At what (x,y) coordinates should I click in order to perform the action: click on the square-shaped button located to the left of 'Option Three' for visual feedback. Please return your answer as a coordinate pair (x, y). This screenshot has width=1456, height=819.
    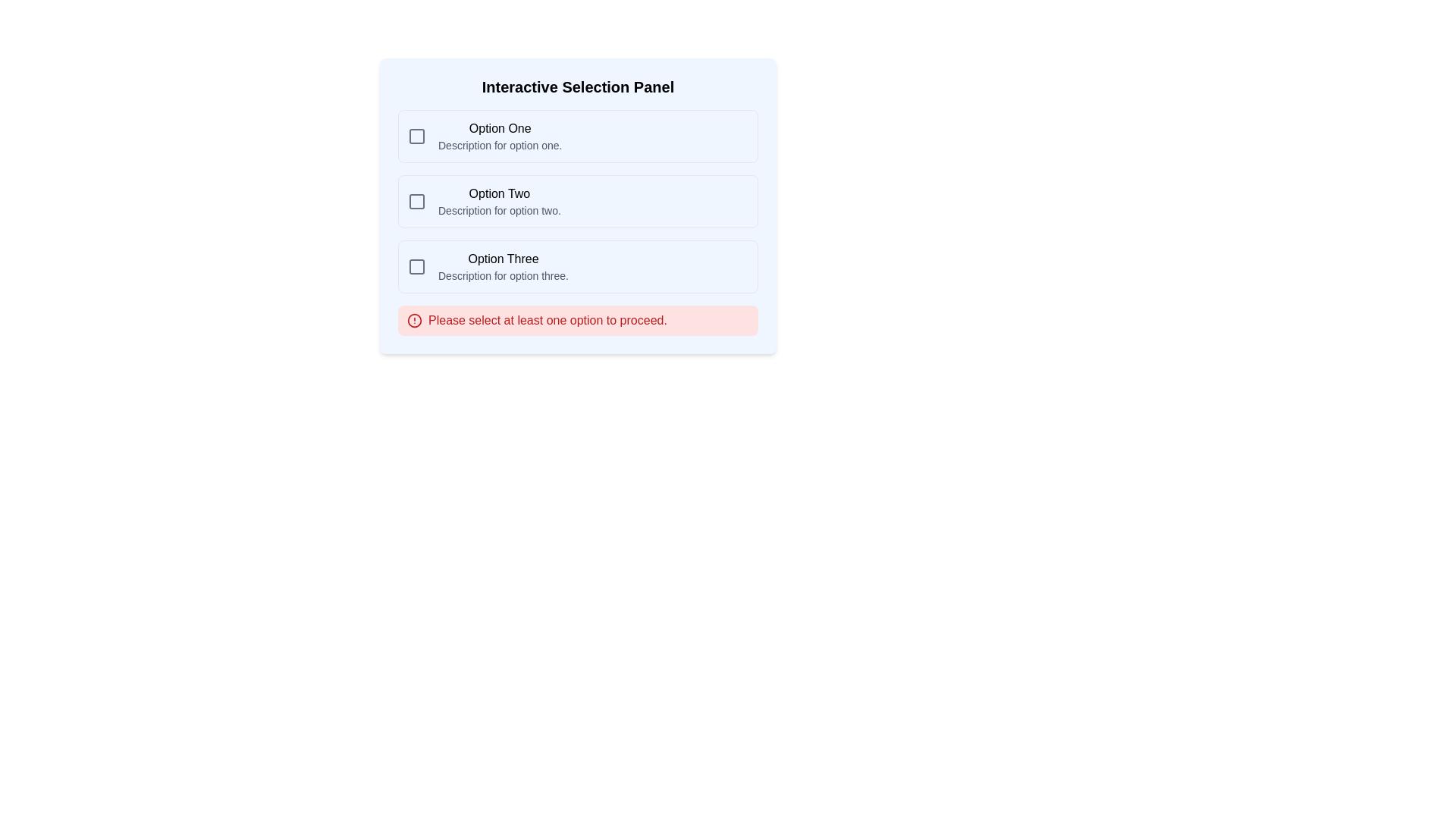
    Looking at the image, I should click on (417, 265).